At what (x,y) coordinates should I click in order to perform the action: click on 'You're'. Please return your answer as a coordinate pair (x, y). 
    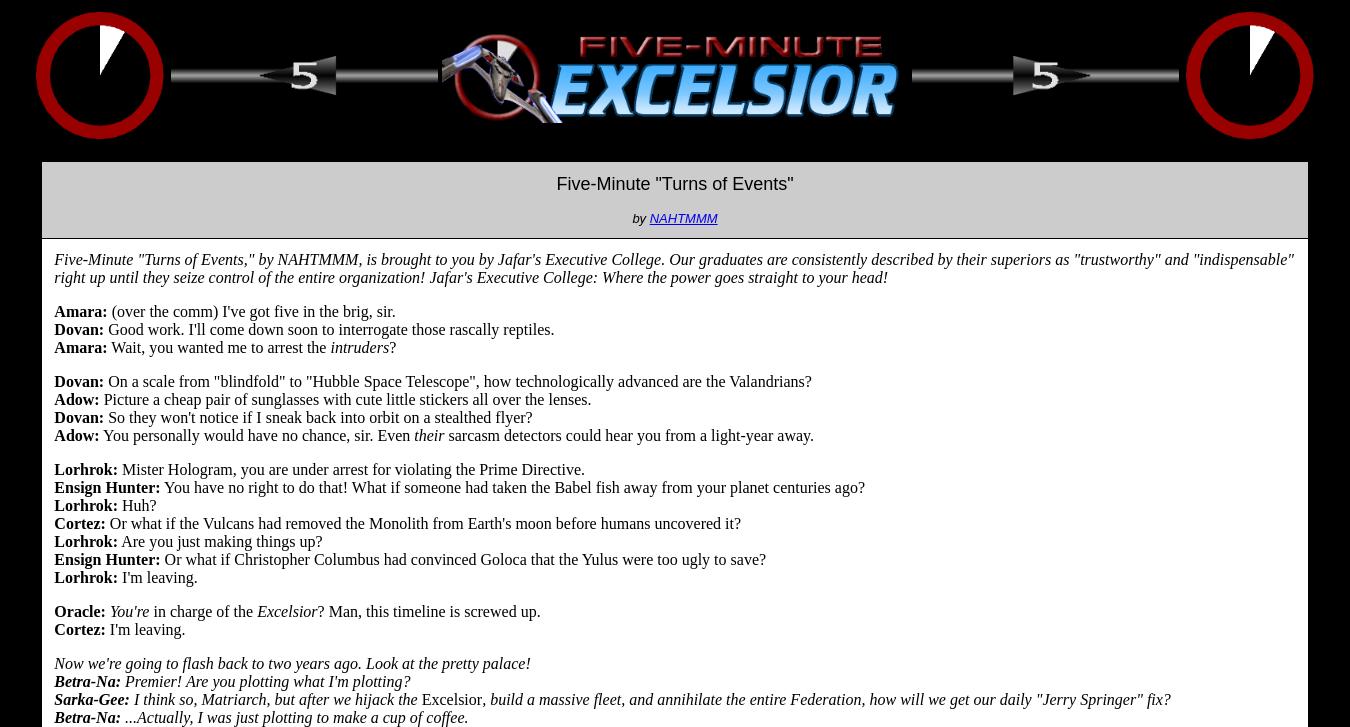
    Looking at the image, I should click on (129, 609).